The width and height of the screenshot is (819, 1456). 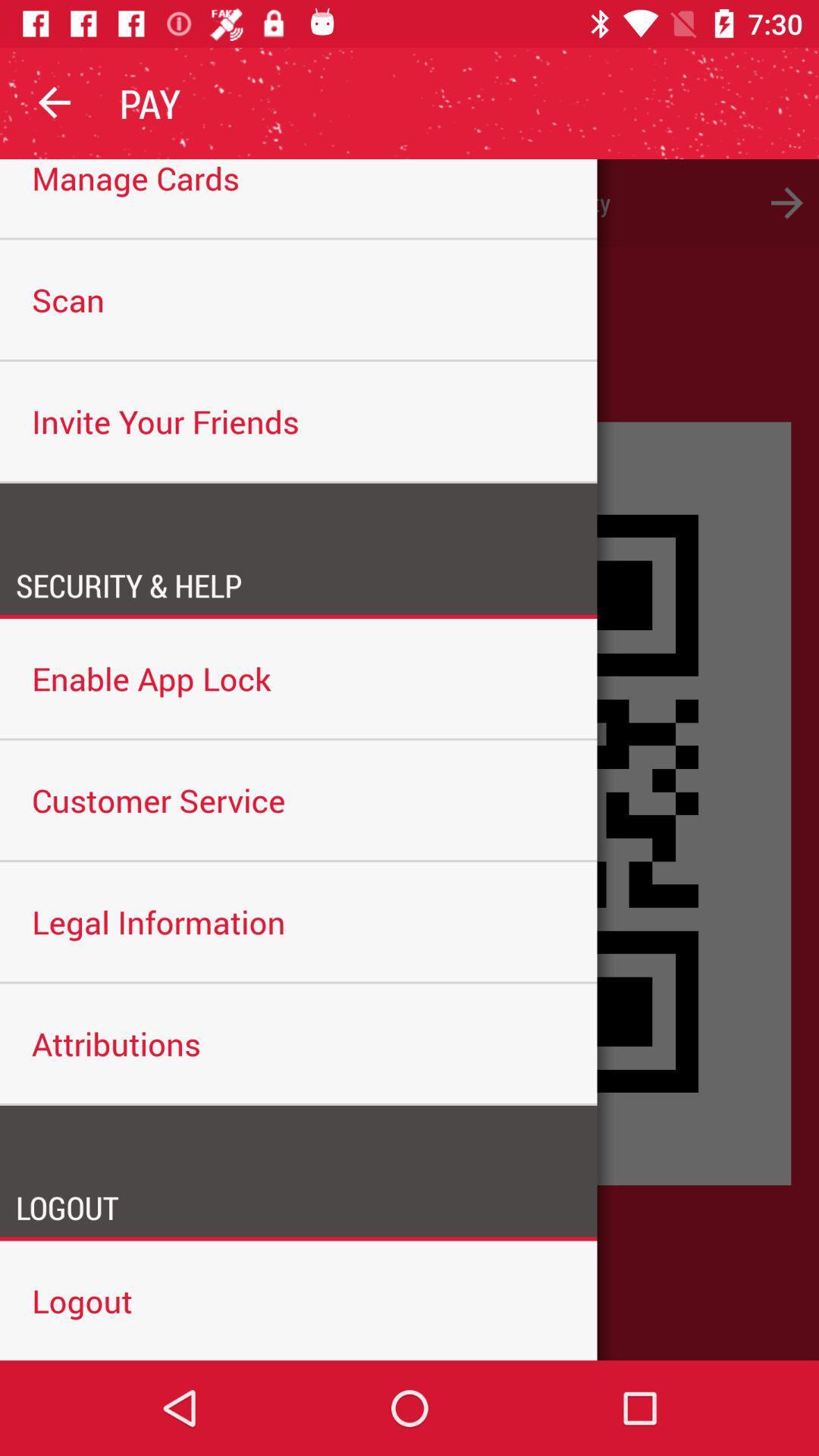 What do you see at coordinates (298, 1043) in the screenshot?
I see `the attributions item` at bounding box center [298, 1043].